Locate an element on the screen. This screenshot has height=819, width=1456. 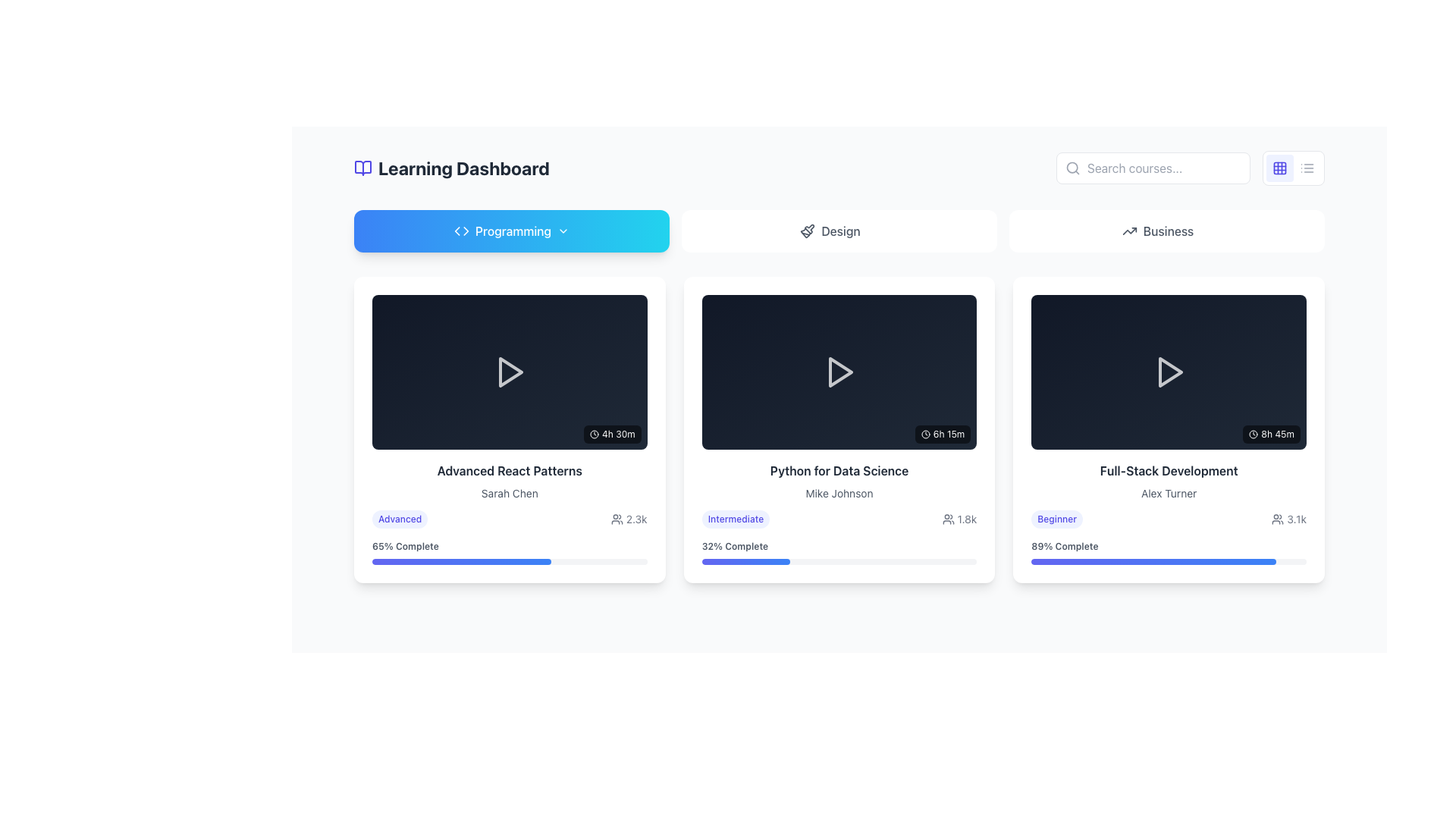
the interactive media play button located at the center of the video thumbnail area for 'Advanced React Patterns' is located at coordinates (510, 372).